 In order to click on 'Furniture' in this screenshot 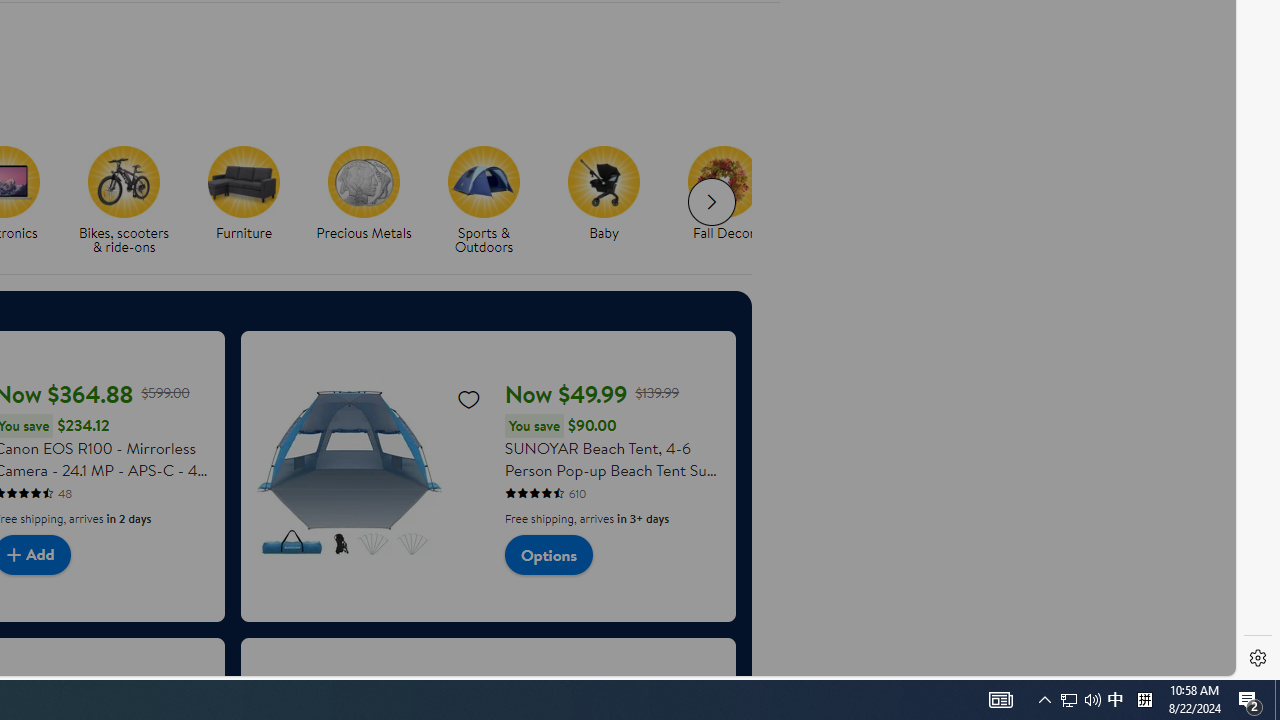, I will do `click(251, 201)`.